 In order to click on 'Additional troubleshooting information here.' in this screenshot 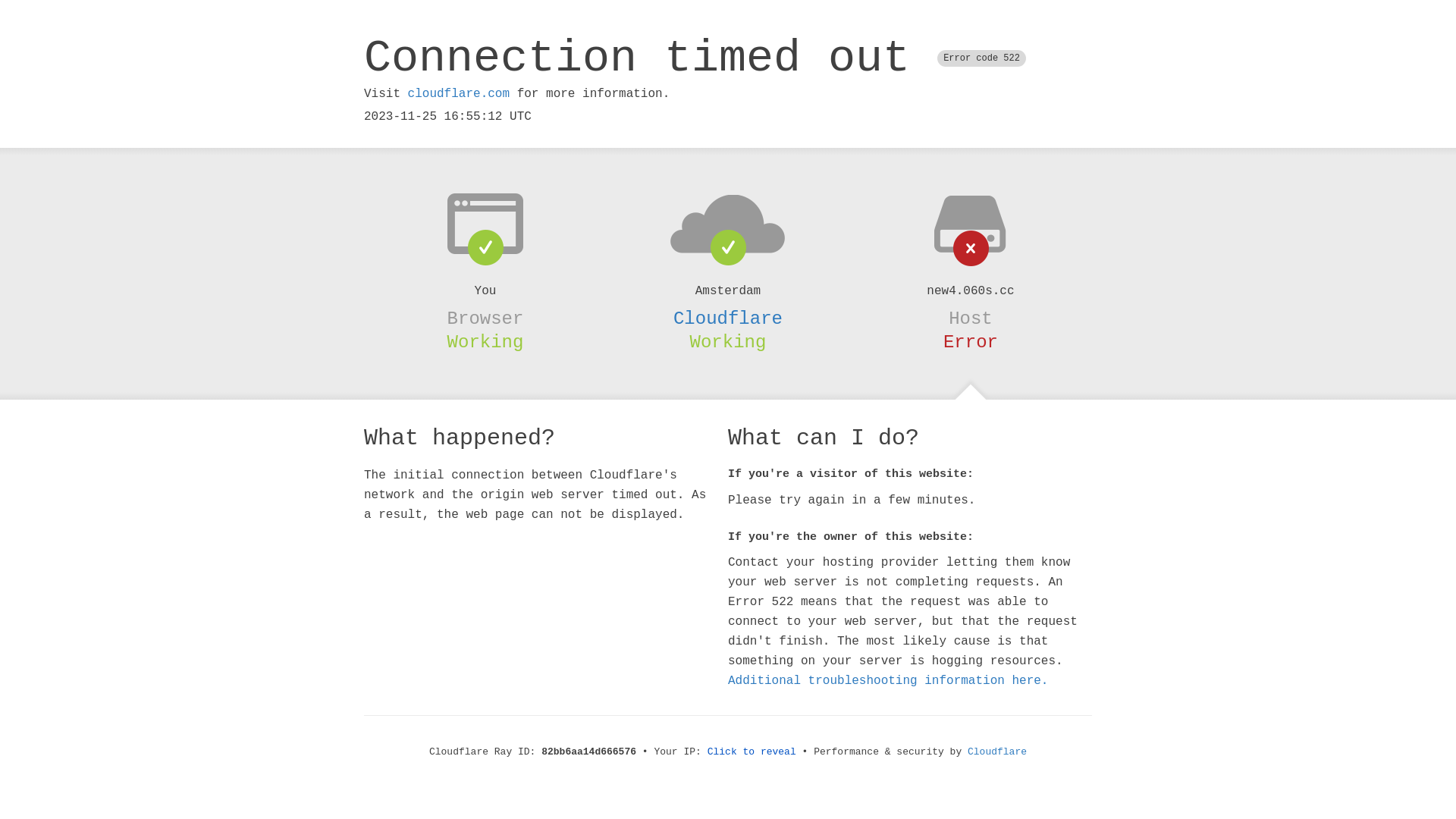, I will do `click(888, 680)`.